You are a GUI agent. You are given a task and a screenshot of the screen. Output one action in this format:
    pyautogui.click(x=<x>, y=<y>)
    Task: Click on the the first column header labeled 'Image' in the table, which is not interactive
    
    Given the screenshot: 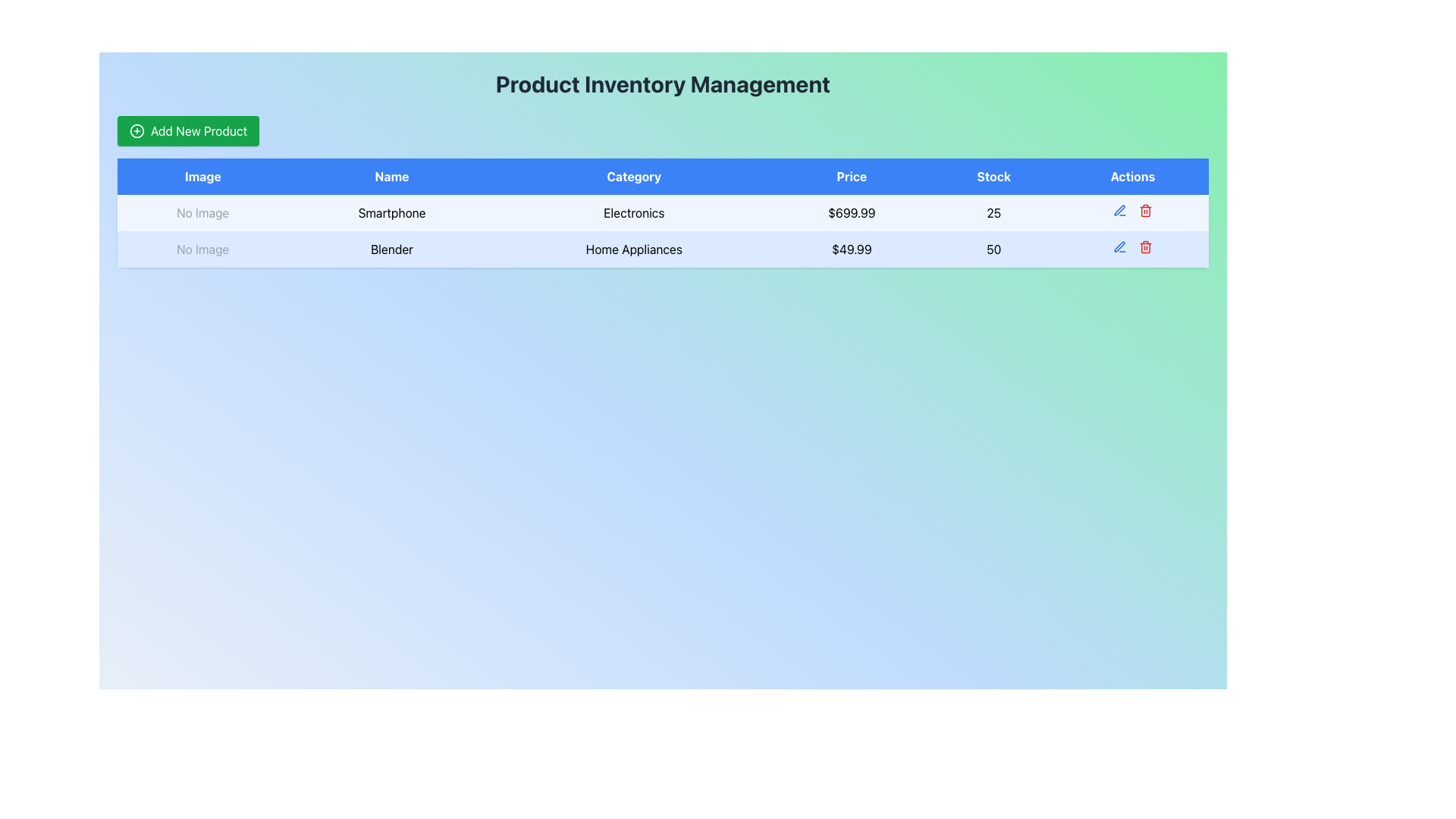 What is the action you would take?
    pyautogui.click(x=202, y=175)
    